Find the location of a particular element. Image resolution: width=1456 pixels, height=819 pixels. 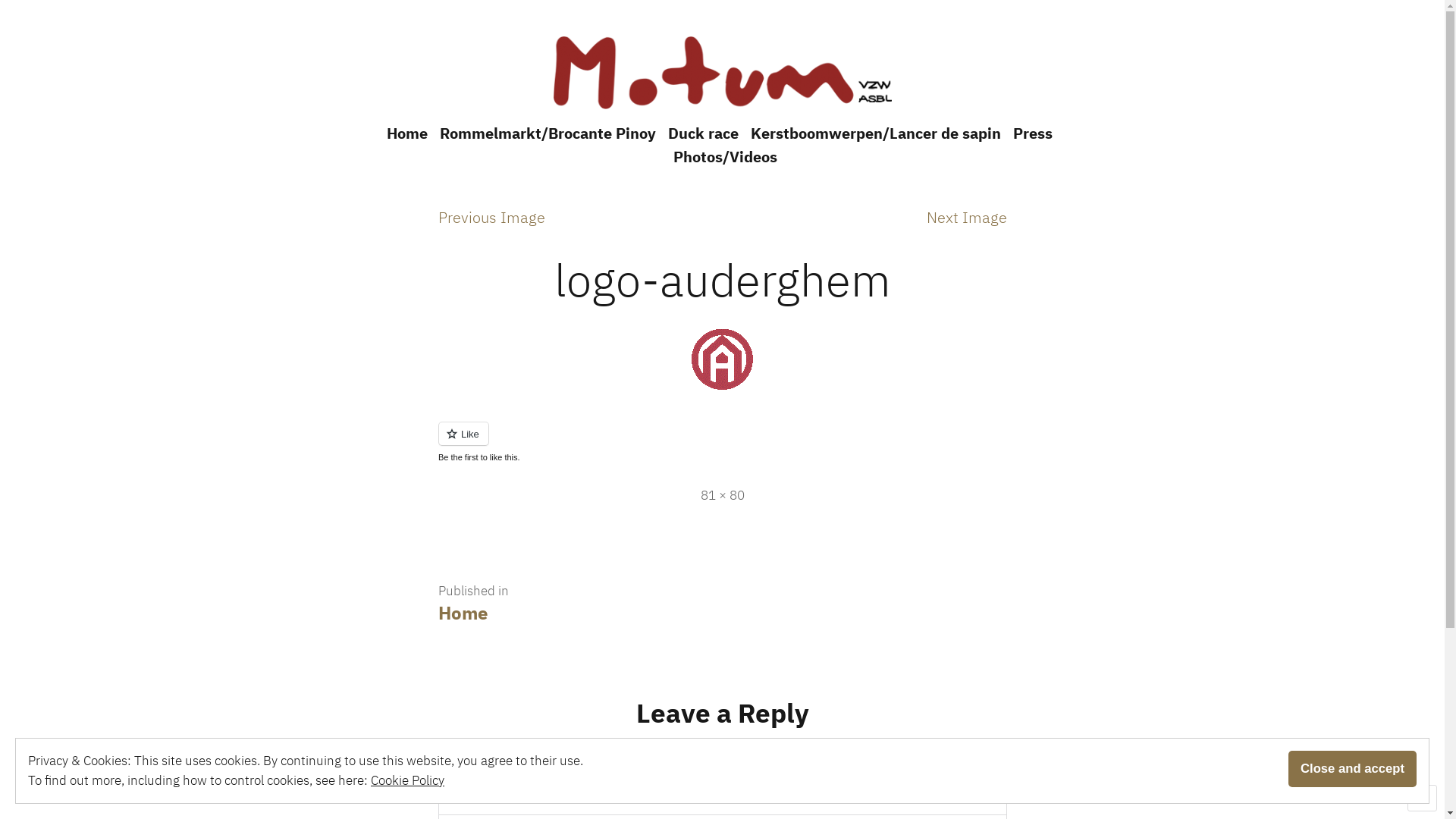

'Close and accept' is located at coordinates (1352, 769).